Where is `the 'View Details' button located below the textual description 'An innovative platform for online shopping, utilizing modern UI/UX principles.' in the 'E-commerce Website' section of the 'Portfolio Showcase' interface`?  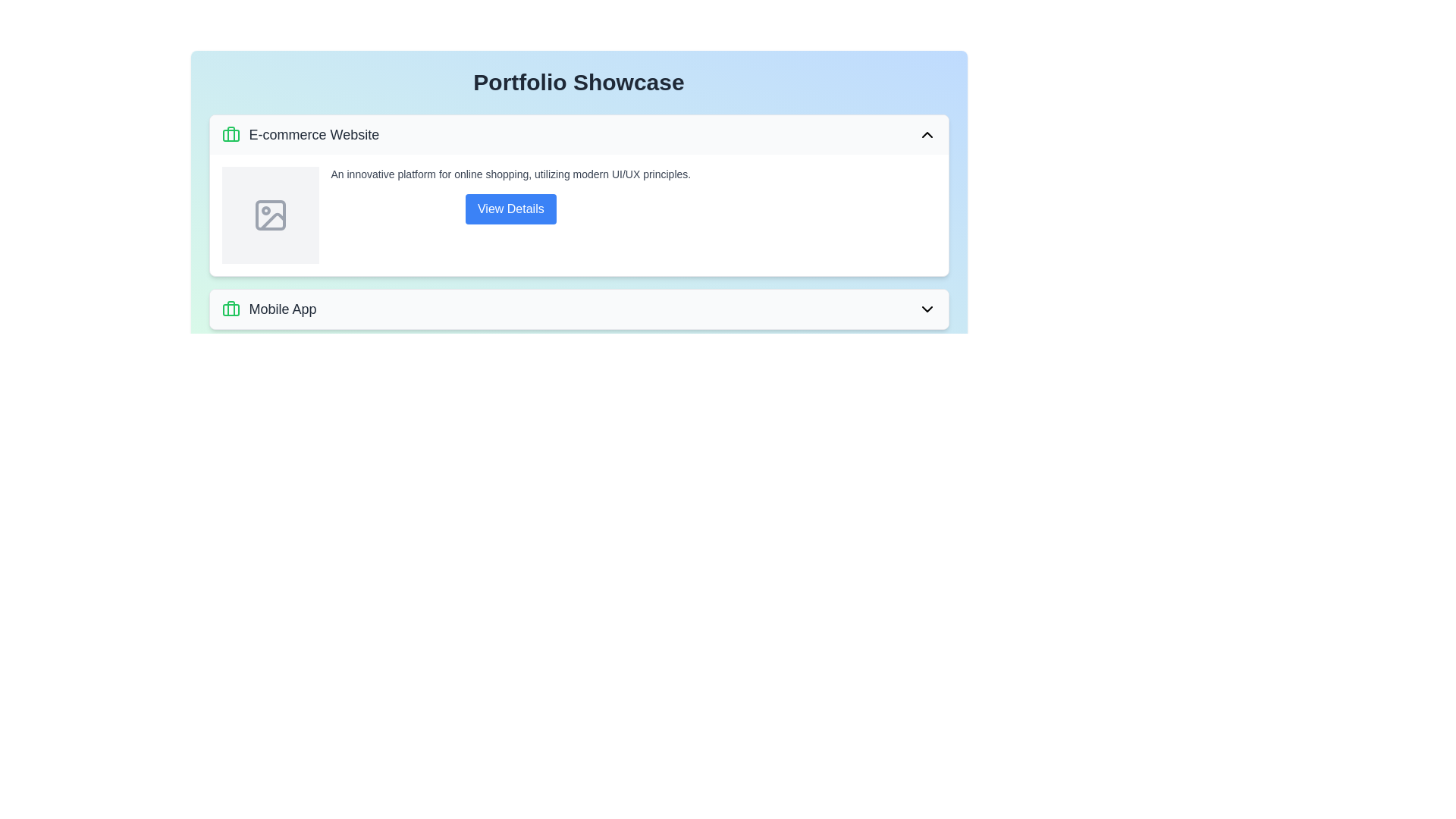 the 'View Details' button located below the textual description 'An innovative platform for online shopping, utilizing modern UI/UX principles.' in the 'E-commerce Website' section of the 'Portfolio Showcase' interface is located at coordinates (510, 195).